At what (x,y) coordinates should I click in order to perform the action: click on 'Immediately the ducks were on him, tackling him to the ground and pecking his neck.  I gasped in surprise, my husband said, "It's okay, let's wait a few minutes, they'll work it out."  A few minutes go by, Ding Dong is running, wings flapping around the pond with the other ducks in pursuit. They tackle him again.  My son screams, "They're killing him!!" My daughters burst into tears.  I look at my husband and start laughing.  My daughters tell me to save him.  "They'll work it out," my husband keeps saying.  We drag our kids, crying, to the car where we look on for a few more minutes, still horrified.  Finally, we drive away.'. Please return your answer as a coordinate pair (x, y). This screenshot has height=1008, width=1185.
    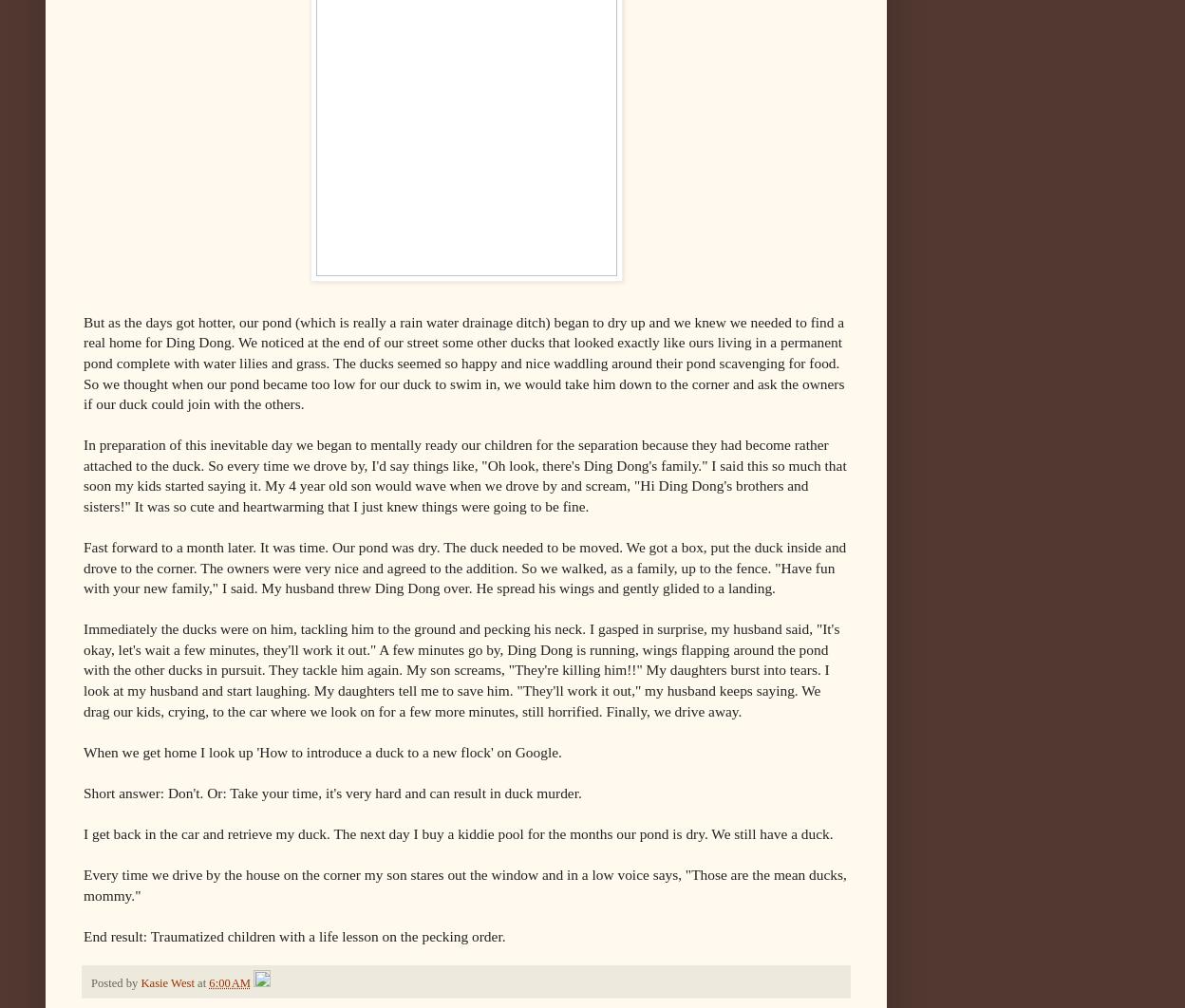
    Looking at the image, I should click on (460, 669).